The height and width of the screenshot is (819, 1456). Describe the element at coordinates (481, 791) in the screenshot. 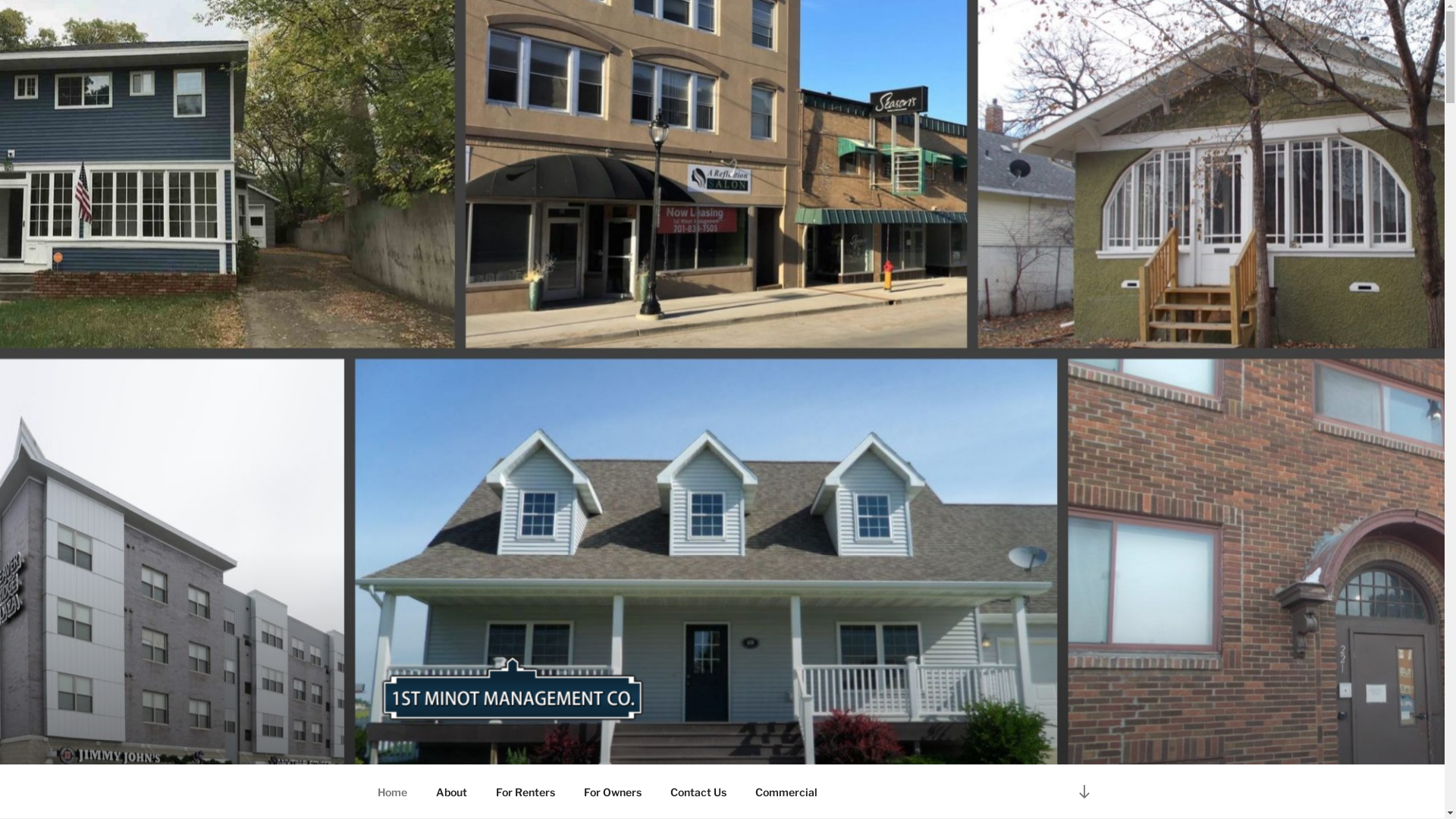

I see `'For Renters'` at that location.